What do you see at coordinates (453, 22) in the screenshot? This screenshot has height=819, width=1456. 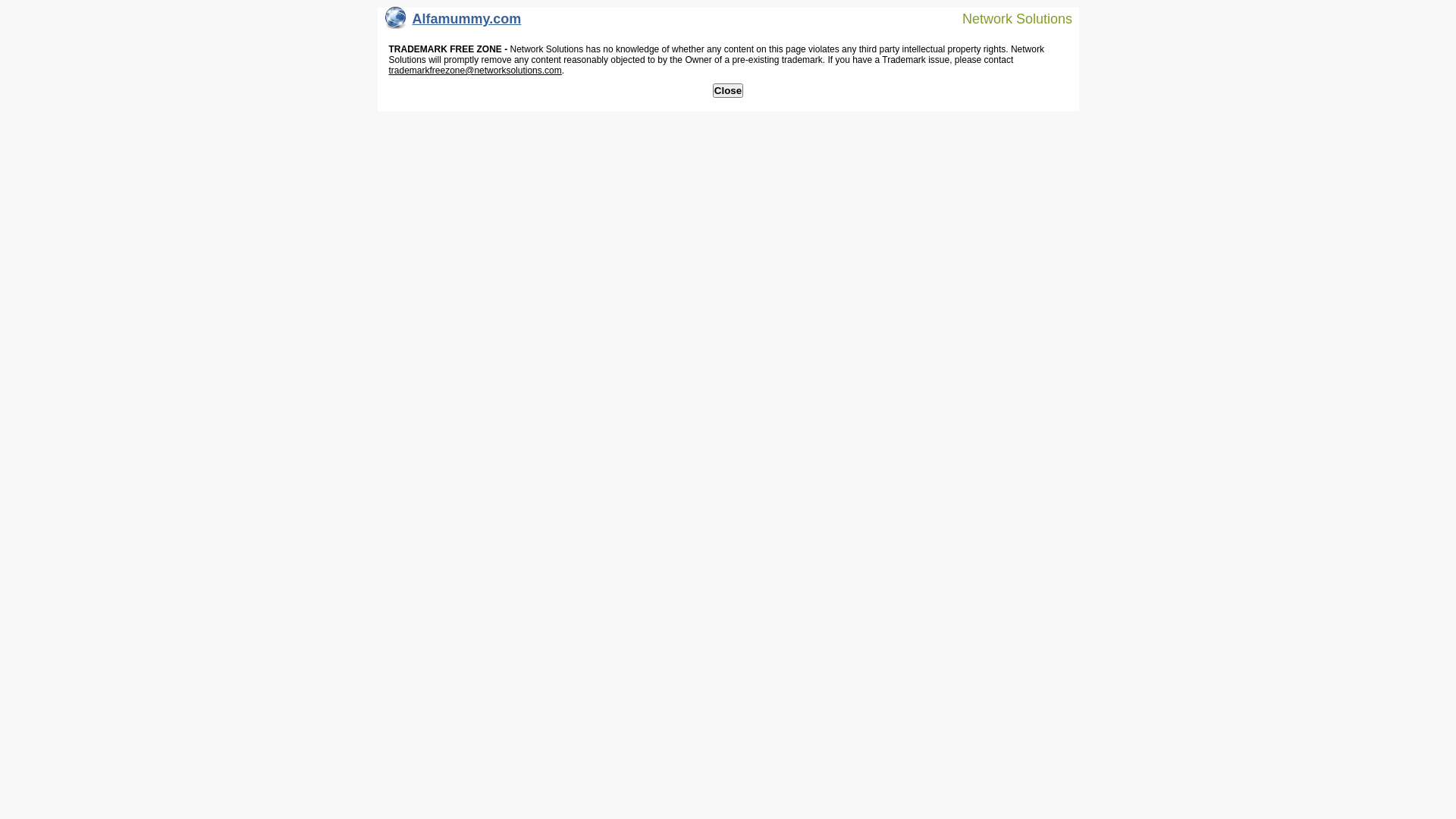 I see `'Alfamummy.com'` at bounding box center [453, 22].